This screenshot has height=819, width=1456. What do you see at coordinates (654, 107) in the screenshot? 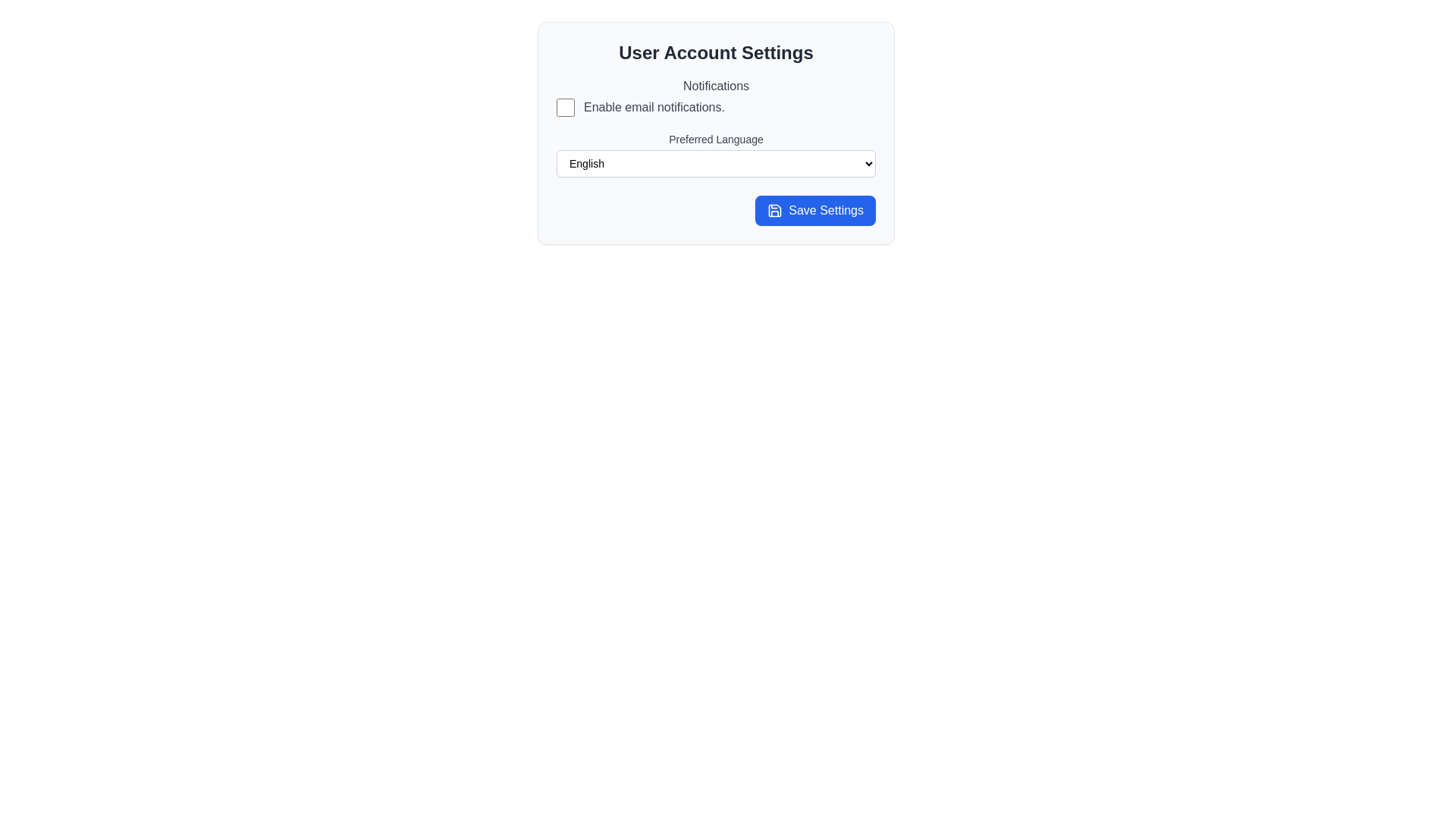
I see `the text label that indicates the functionality of the adjacent checkbox for enabling email notifications, located in the 'User Account Settings' section under 'Notifications'` at bounding box center [654, 107].